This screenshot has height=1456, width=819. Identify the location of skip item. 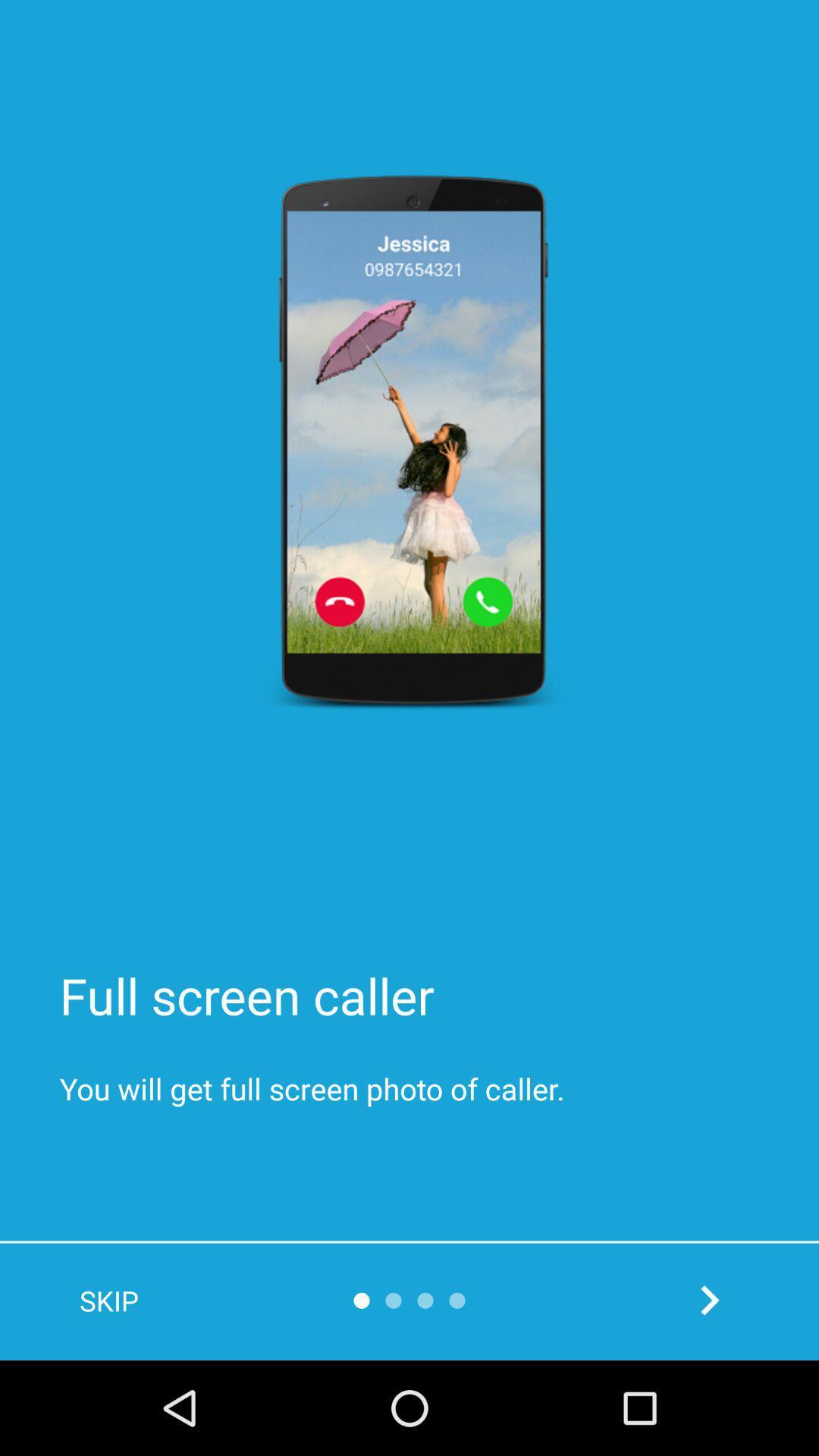
(108, 1300).